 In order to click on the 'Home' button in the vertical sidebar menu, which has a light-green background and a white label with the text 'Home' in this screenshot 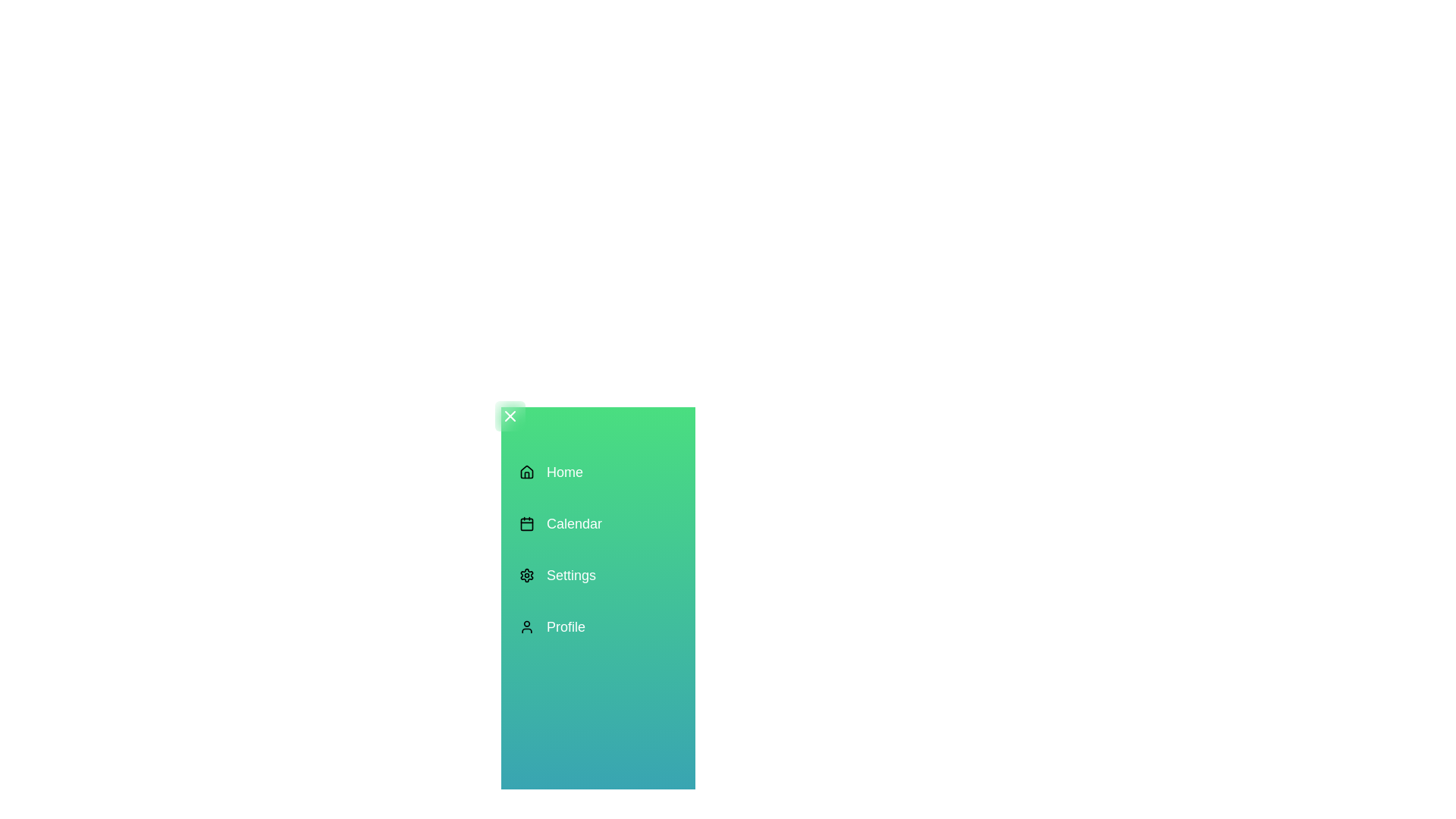, I will do `click(560, 472)`.